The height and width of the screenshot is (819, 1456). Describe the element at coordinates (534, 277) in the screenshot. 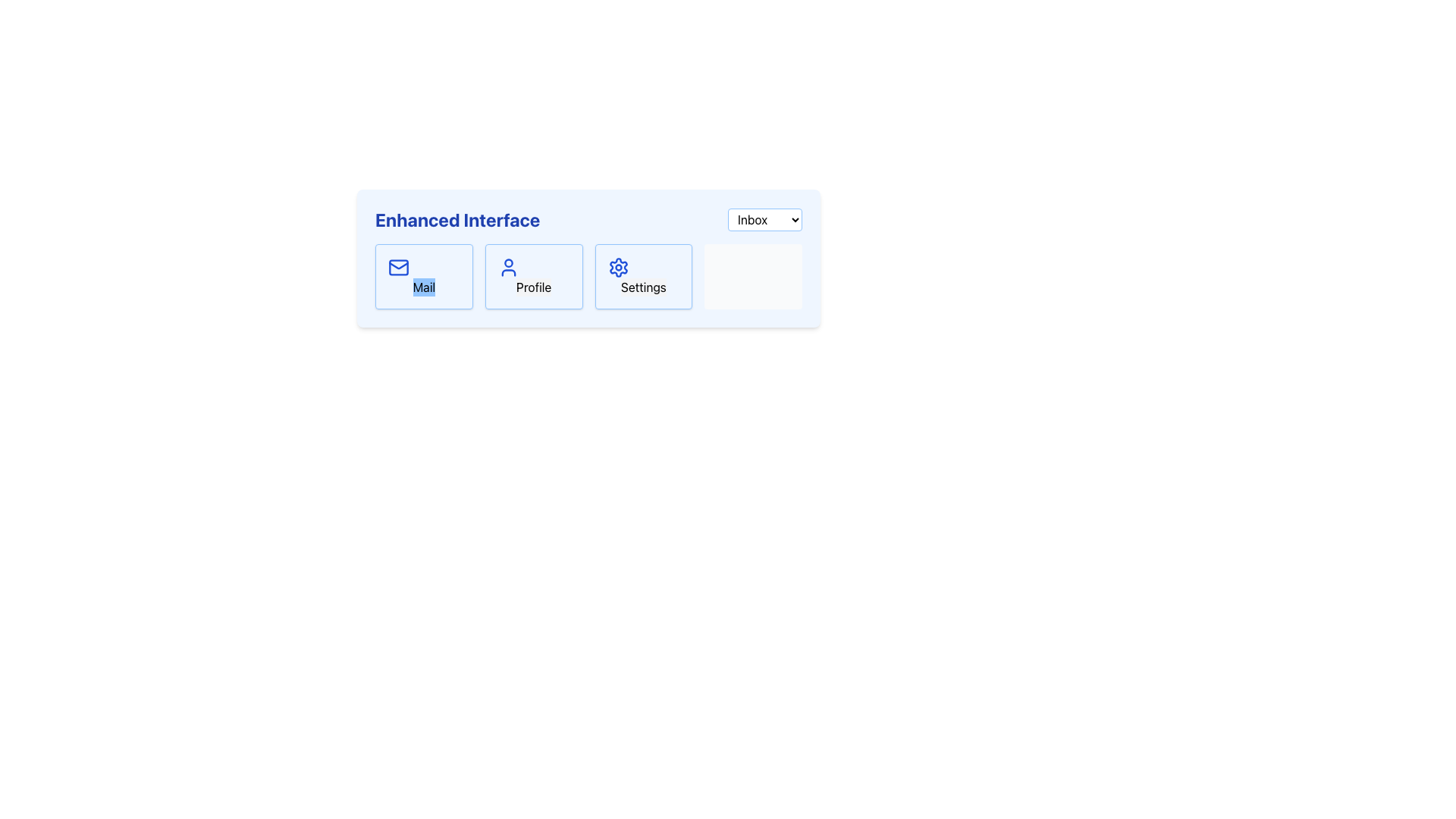

I see `the 'Profile' button, which is the second button in a grid layout and features a blue icon of a person above the text 'Profile'` at that location.